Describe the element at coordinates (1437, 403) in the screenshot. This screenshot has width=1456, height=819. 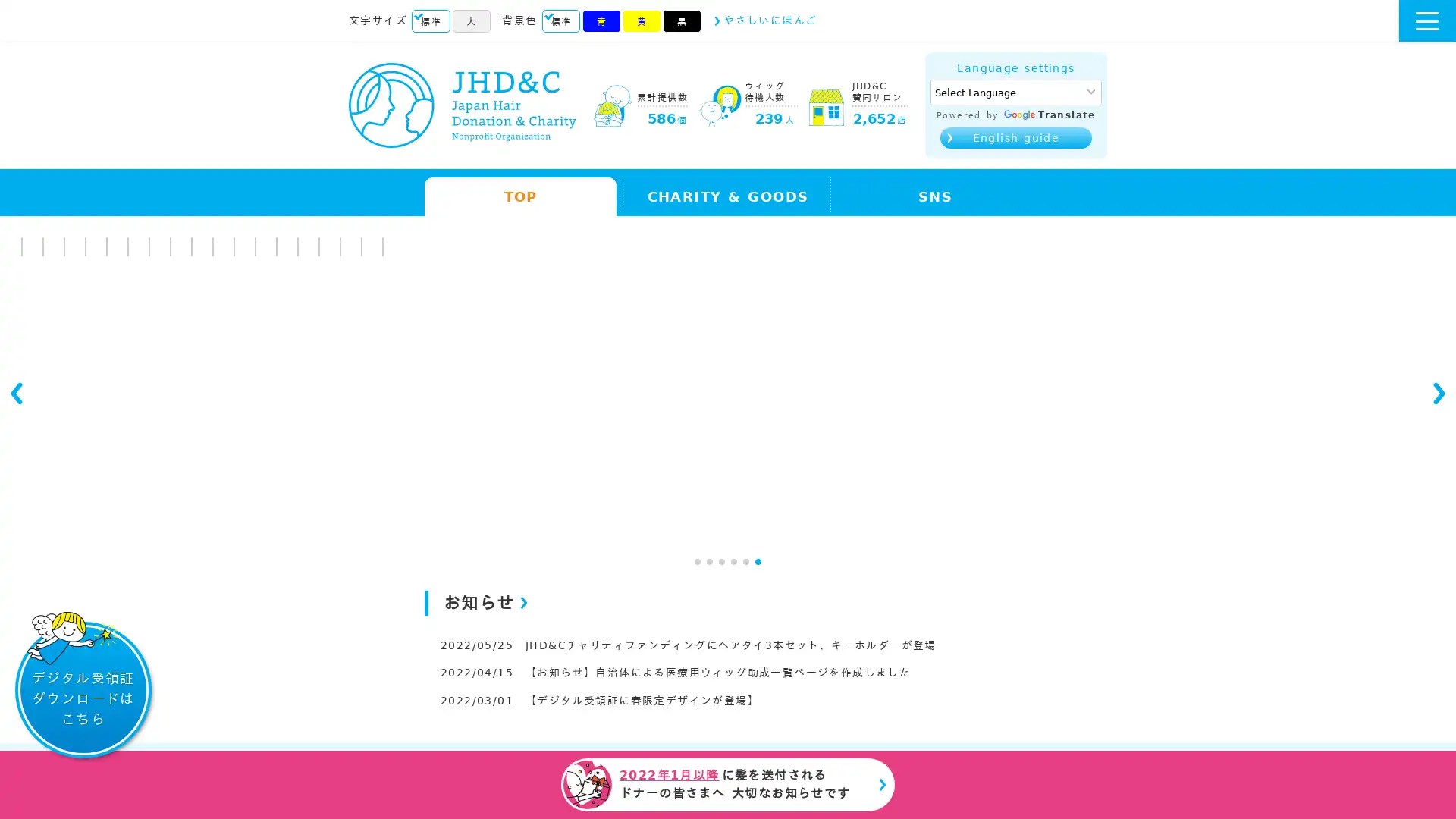
I see `Next slide` at that location.